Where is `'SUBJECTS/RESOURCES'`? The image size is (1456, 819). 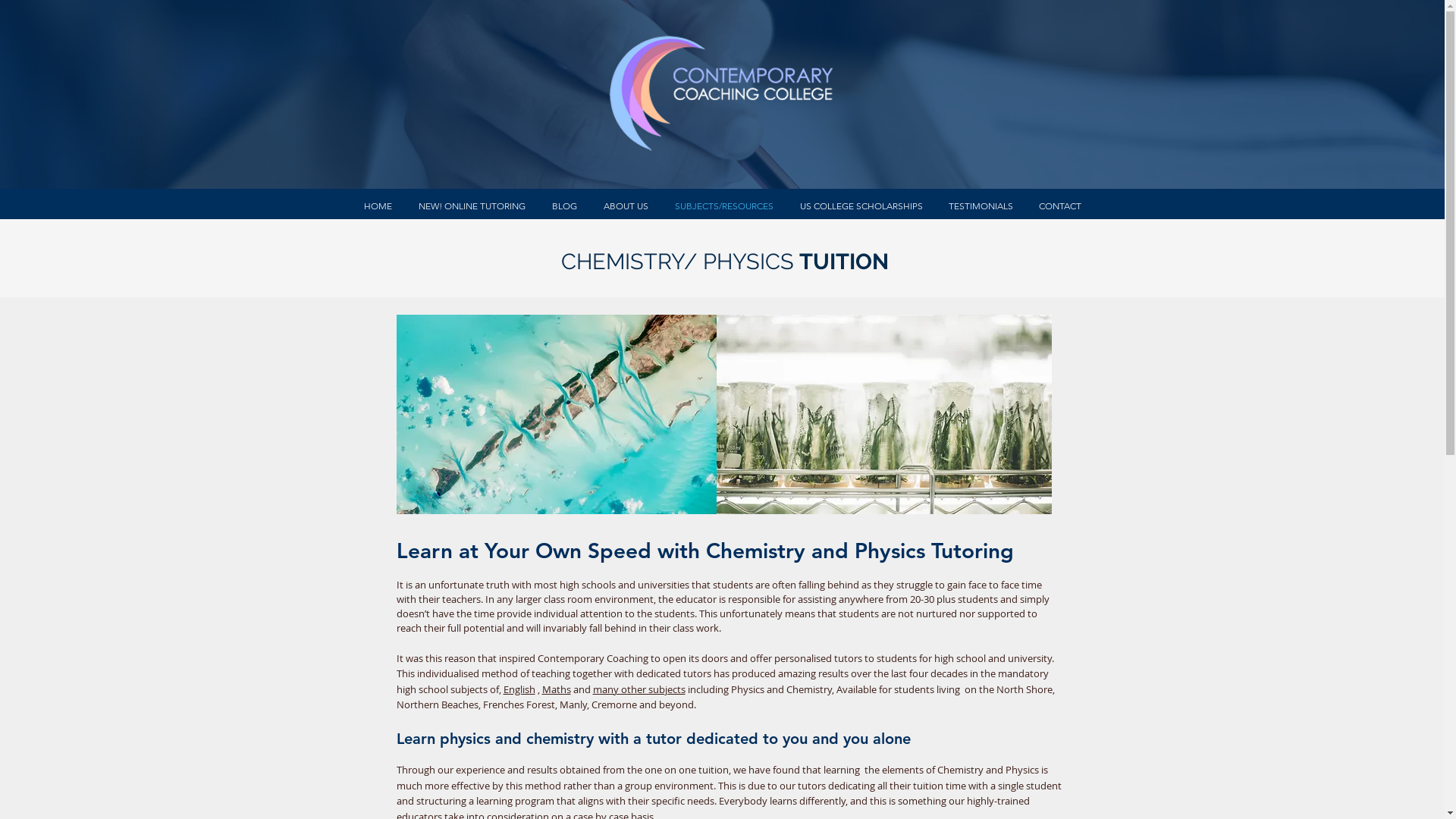
'SUBJECTS/RESOURCES' is located at coordinates (723, 206).